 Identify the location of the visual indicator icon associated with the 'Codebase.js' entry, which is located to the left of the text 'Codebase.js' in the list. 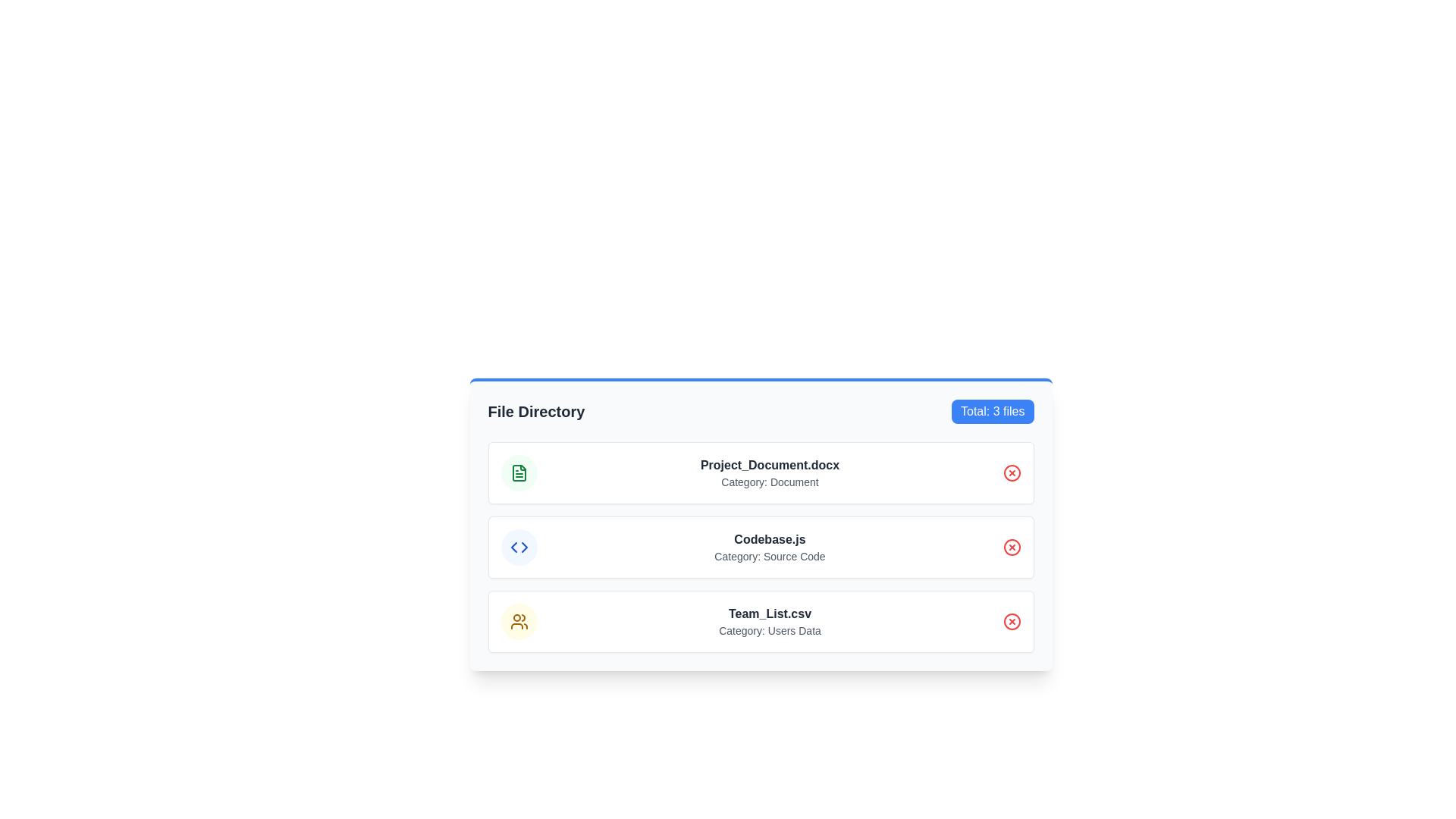
(519, 547).